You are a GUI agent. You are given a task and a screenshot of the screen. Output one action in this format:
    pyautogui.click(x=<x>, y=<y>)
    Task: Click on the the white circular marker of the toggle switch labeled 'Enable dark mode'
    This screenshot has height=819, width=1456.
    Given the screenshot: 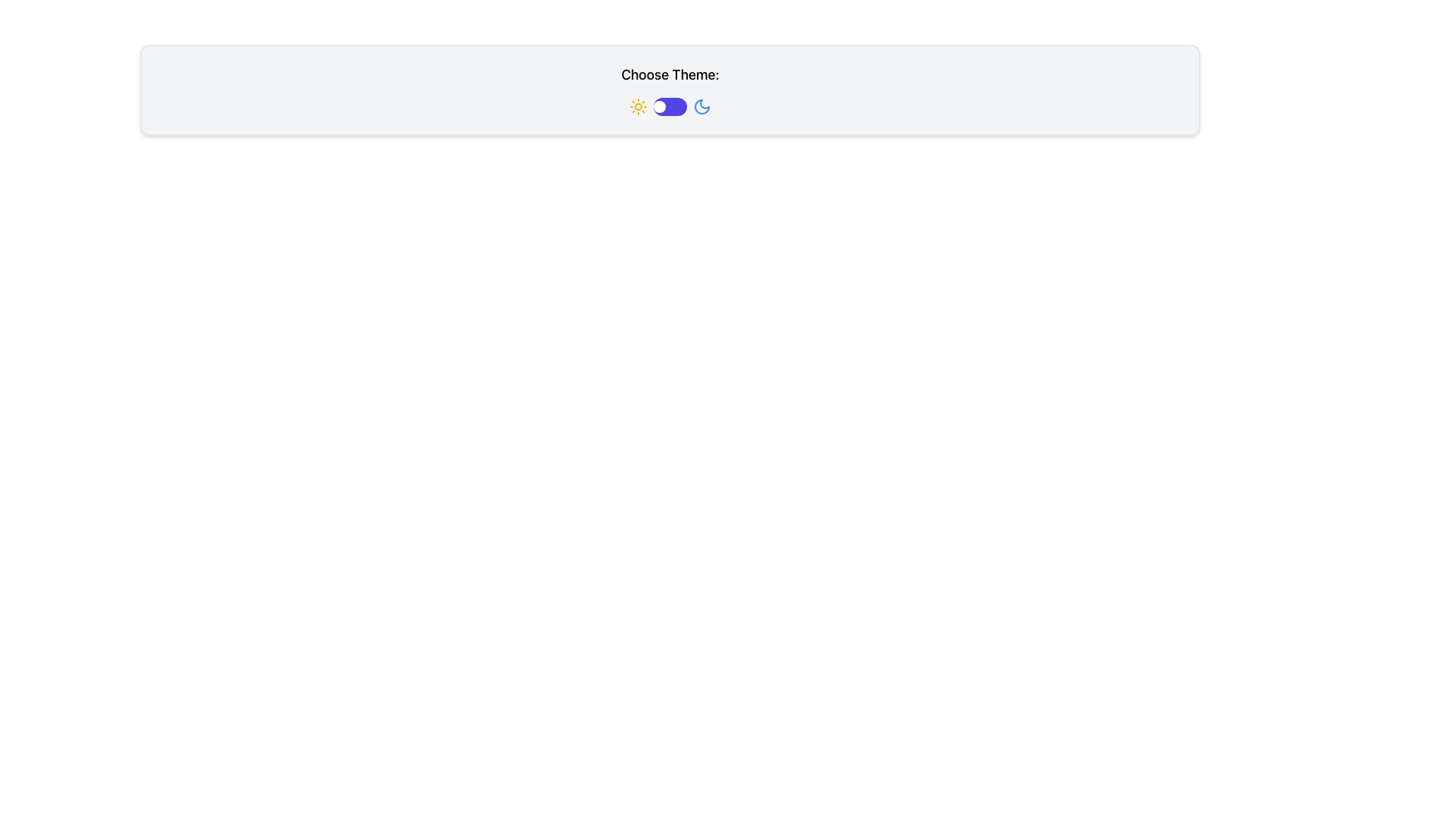 What is the action you would take?
    pyautogui.click(x=669, y=106)
    